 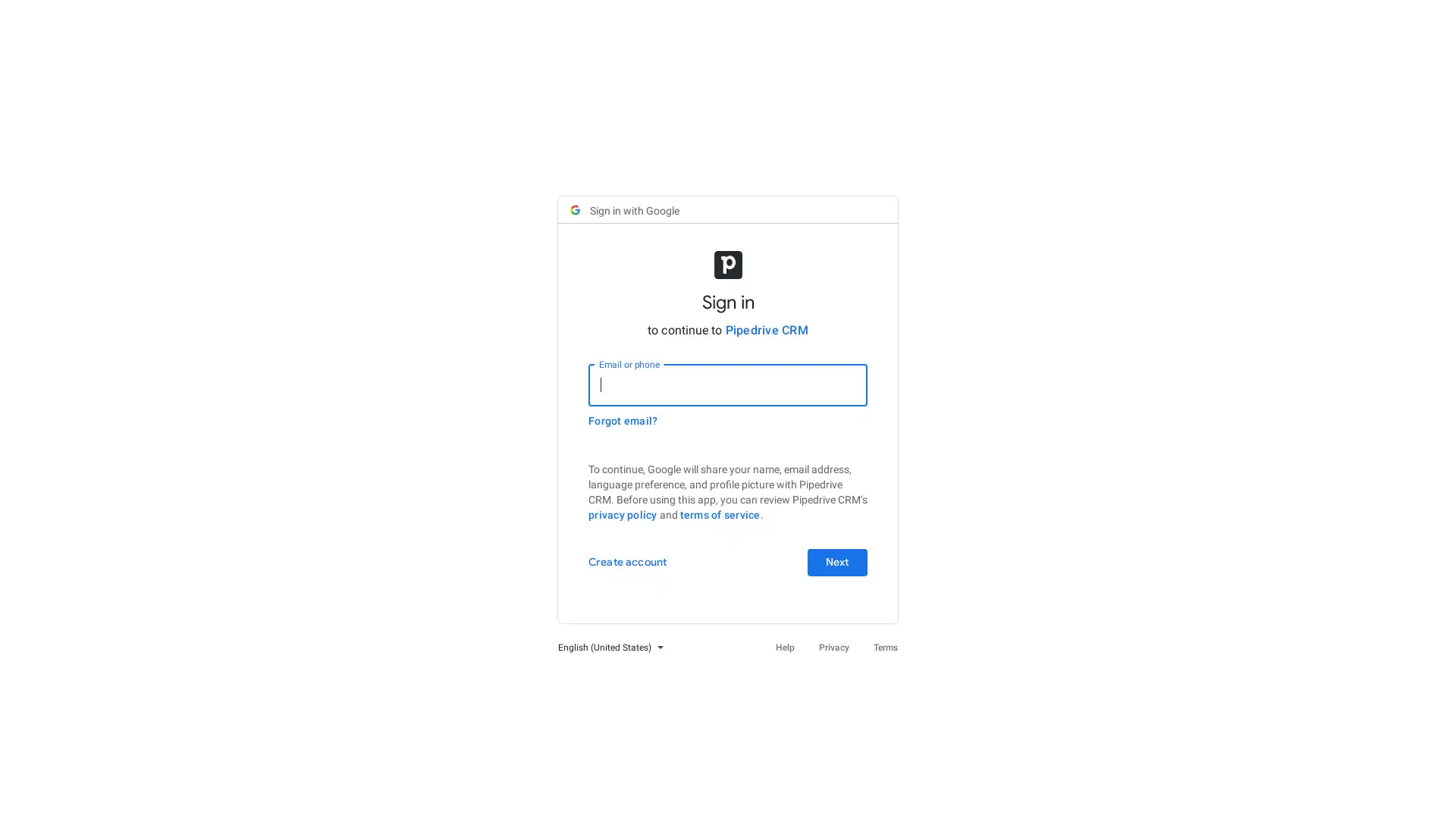 I want to click on Create account, so click(x=627, y=561).